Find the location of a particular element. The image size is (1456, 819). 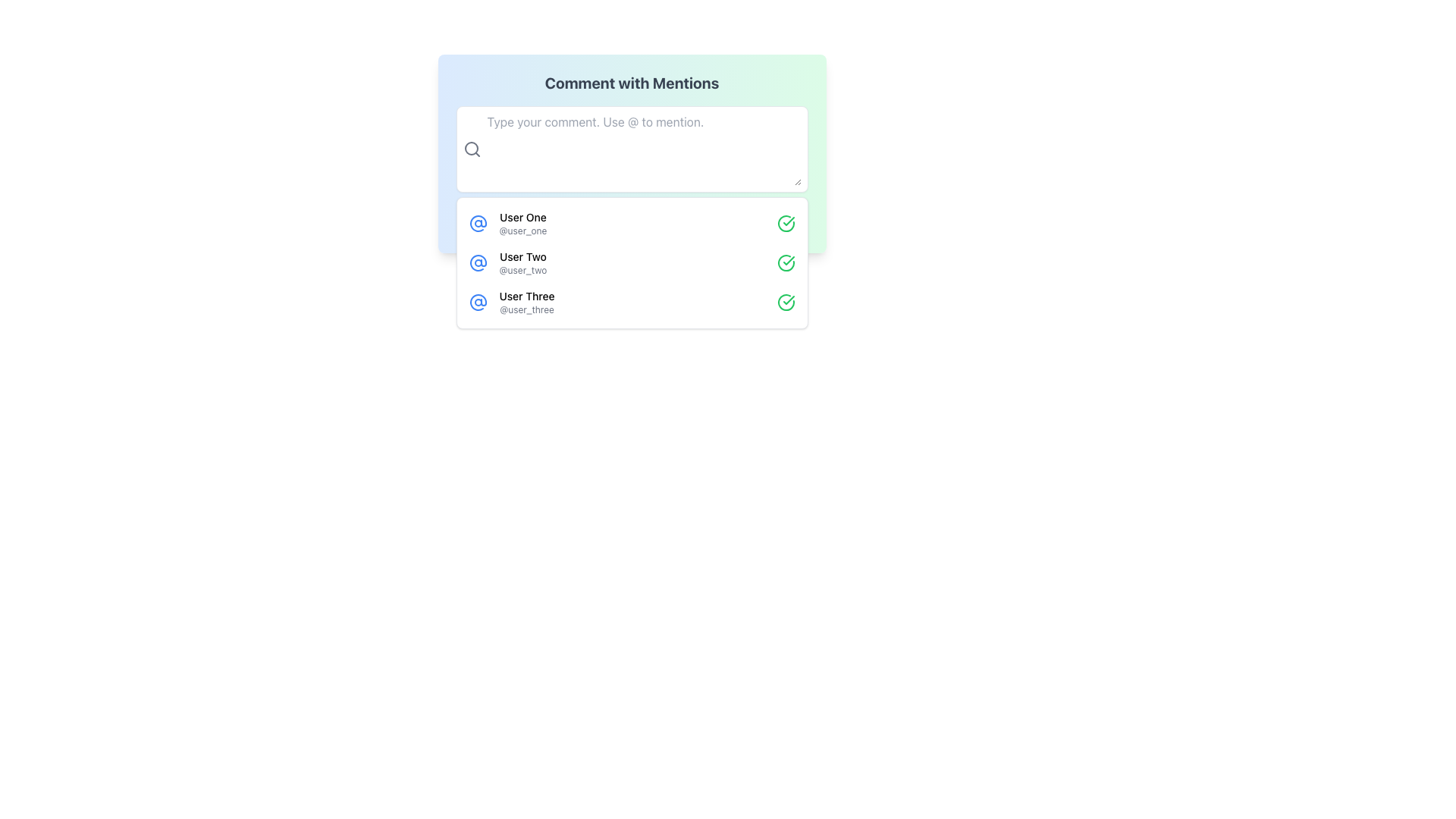

the green check mark symbol inside the circular graphic, indicating approval for the second user's entry in the list is located at coordinates (789, 300).